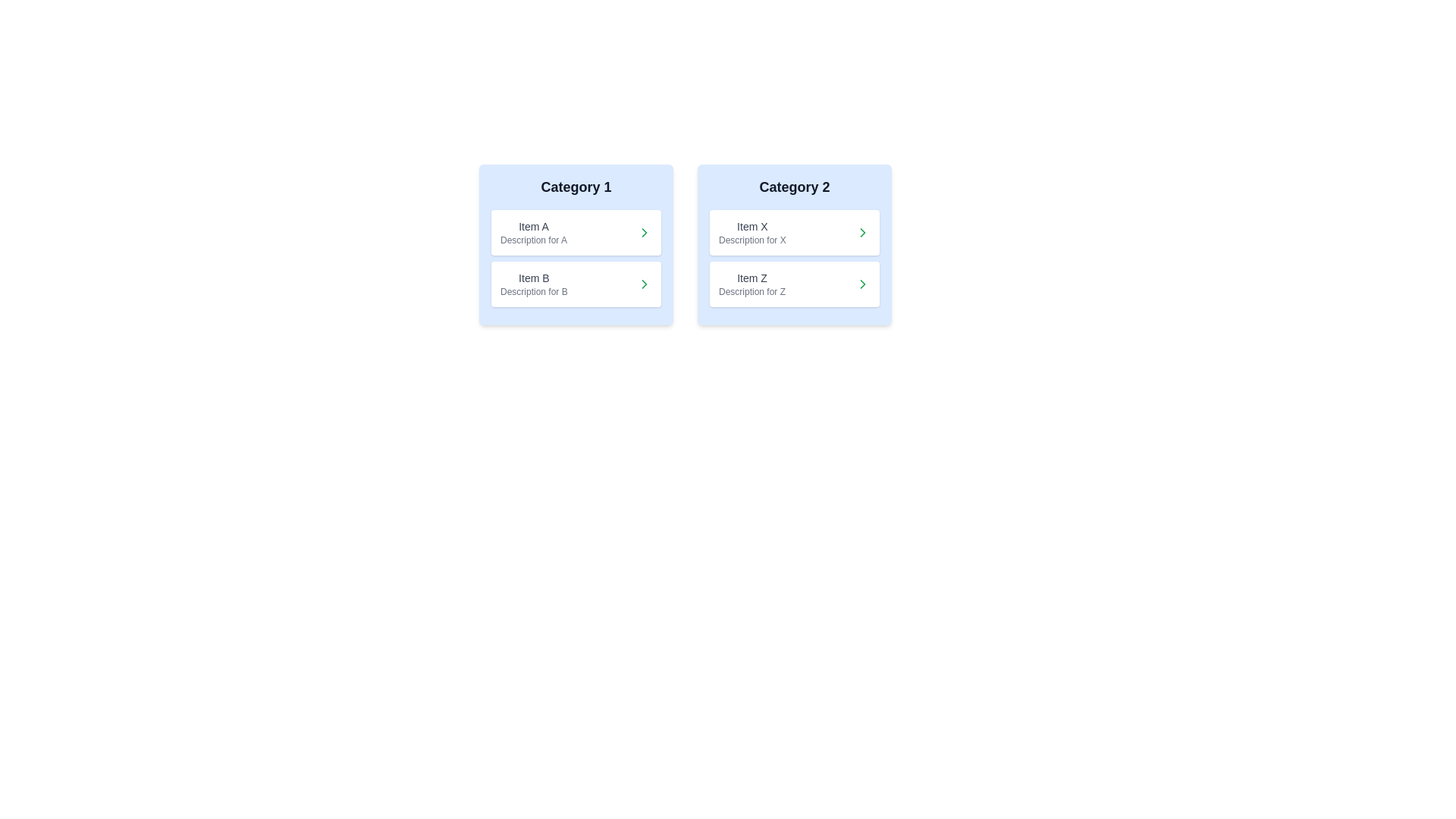  I want to click on the transfer button for Item X to move it to the other category, so click(862, 233).